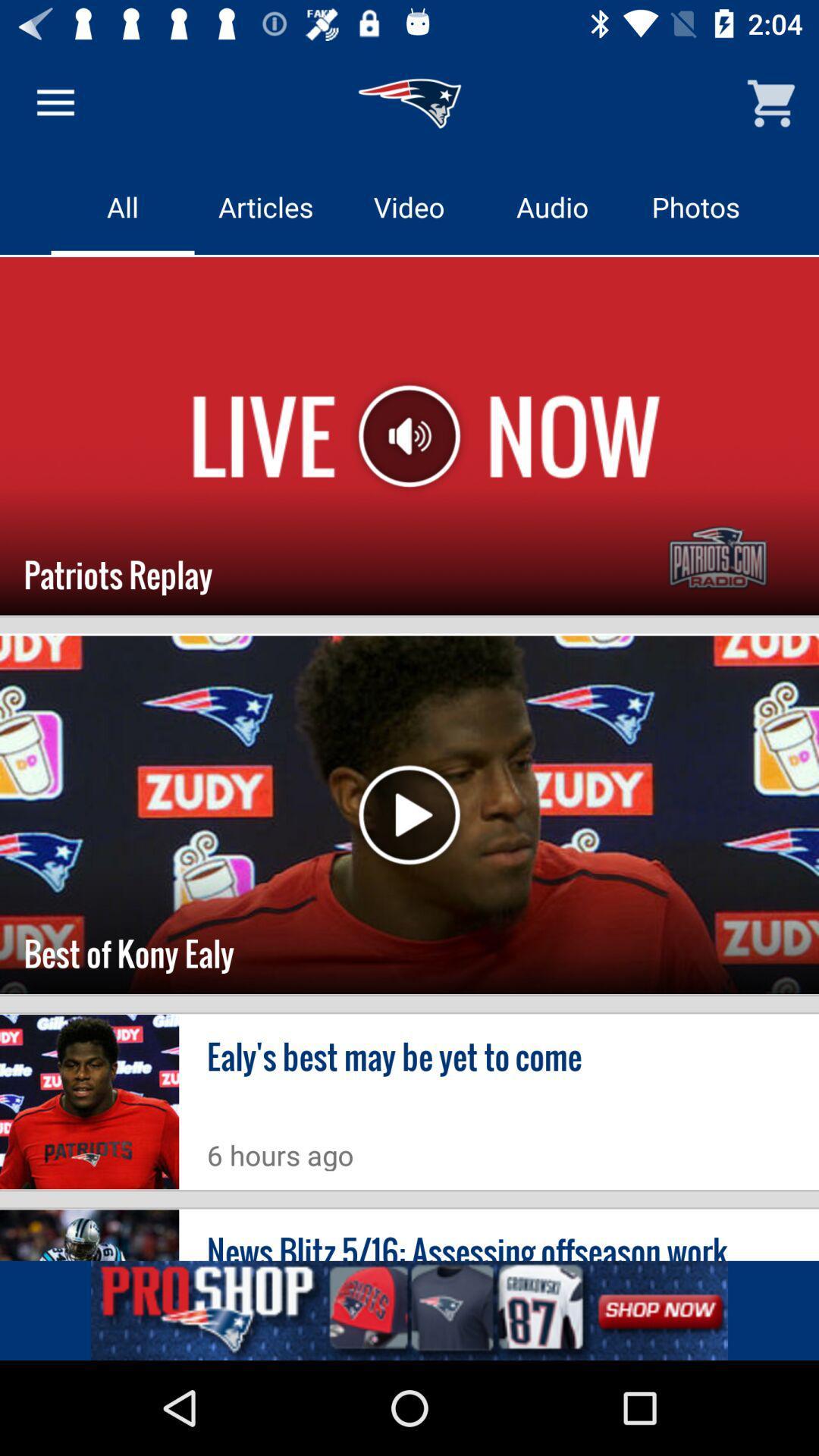 The image size is (819, 1456). I want to click on video, so click(409, 206).